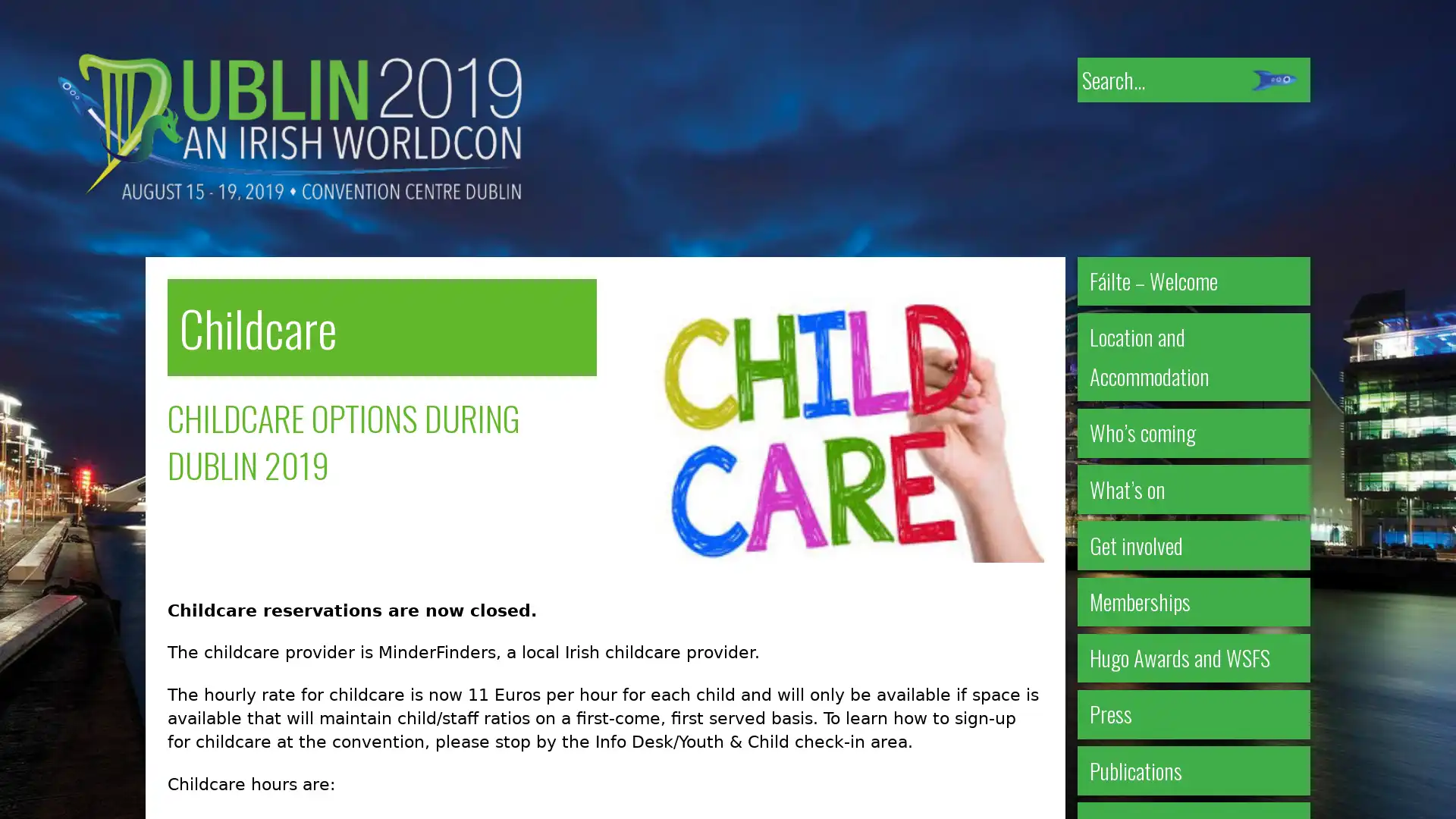 The height and width of the screenshot is (819, 1456). What do you see at coordinates (1274, 80) in the screenshot?
I see `Submit` at bounding box center [1274, 80].